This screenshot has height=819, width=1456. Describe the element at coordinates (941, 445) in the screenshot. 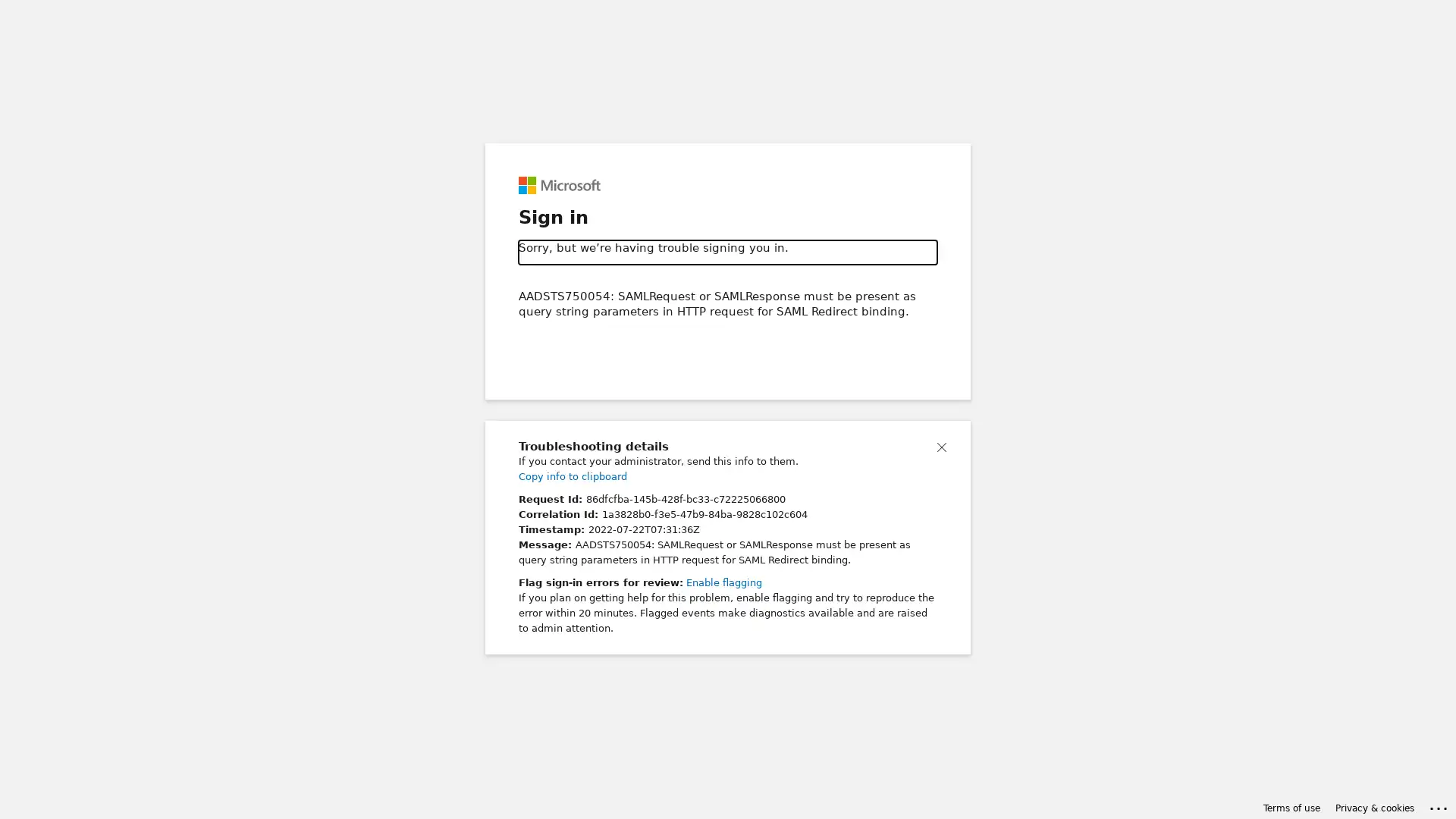

I see `Close troubleshooting details` at that location.